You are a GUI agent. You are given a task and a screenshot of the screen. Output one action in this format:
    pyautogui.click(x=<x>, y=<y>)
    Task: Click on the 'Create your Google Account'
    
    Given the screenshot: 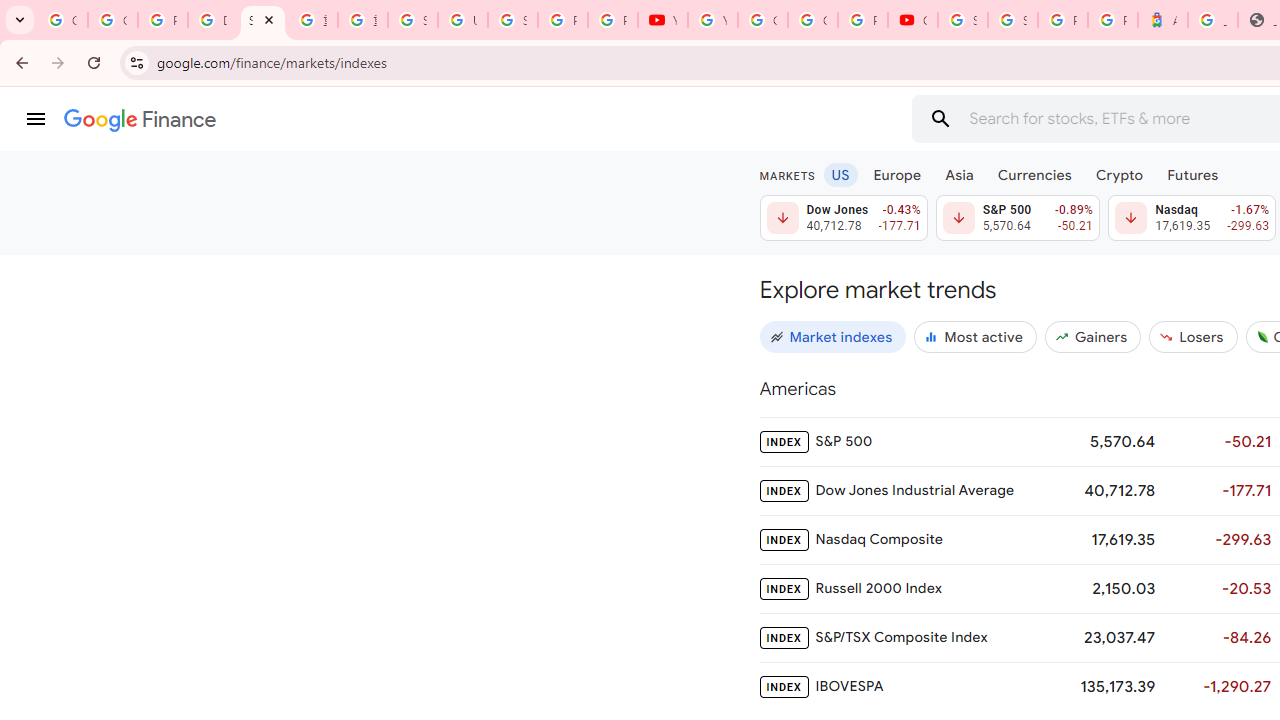 What is the action you would take?
    pyautogui.click(x=813, y=20)
    